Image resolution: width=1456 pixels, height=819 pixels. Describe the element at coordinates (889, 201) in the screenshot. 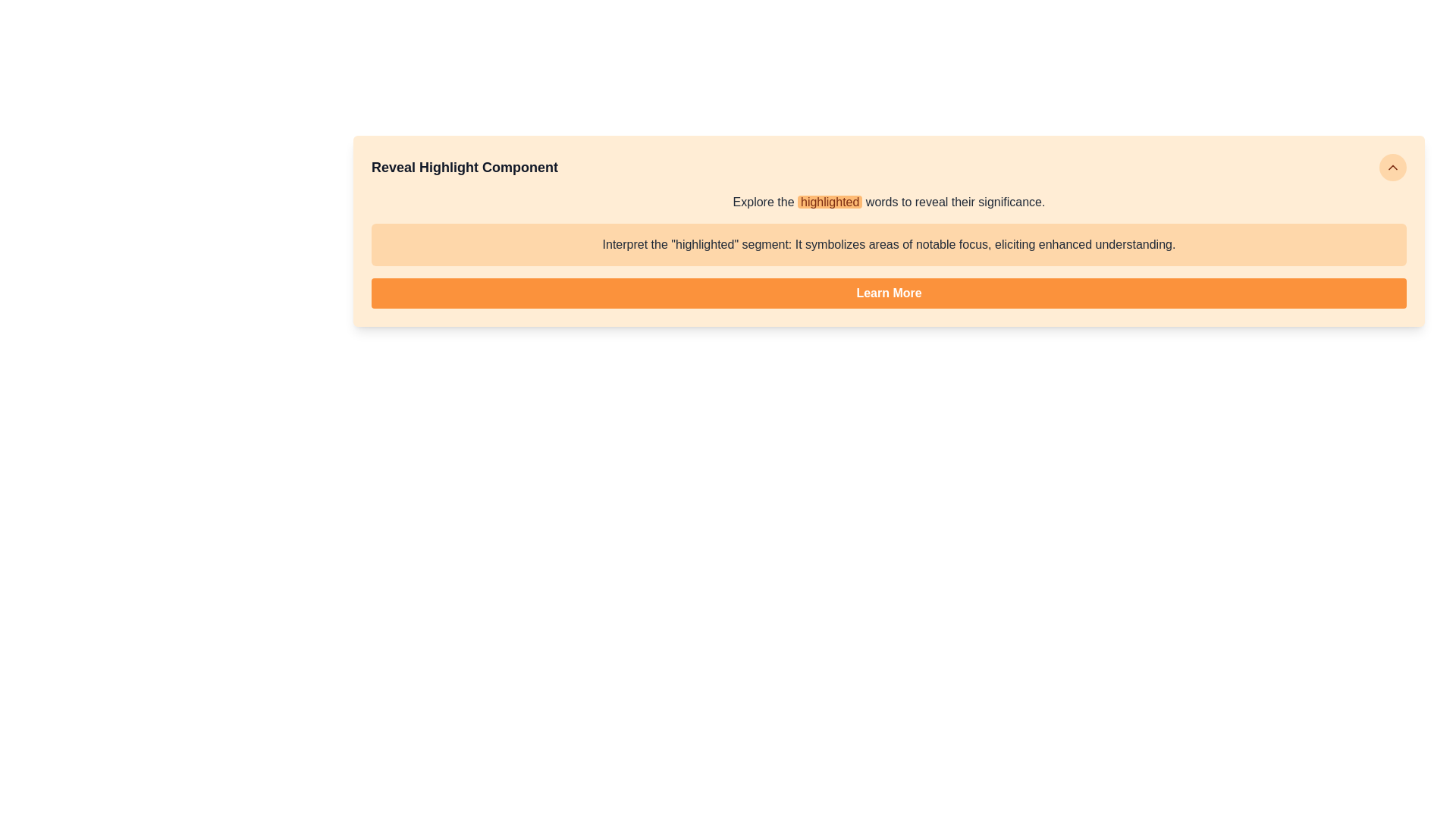

I see `the text label that contains the phrase 'Explore the highlighted words` at that location.